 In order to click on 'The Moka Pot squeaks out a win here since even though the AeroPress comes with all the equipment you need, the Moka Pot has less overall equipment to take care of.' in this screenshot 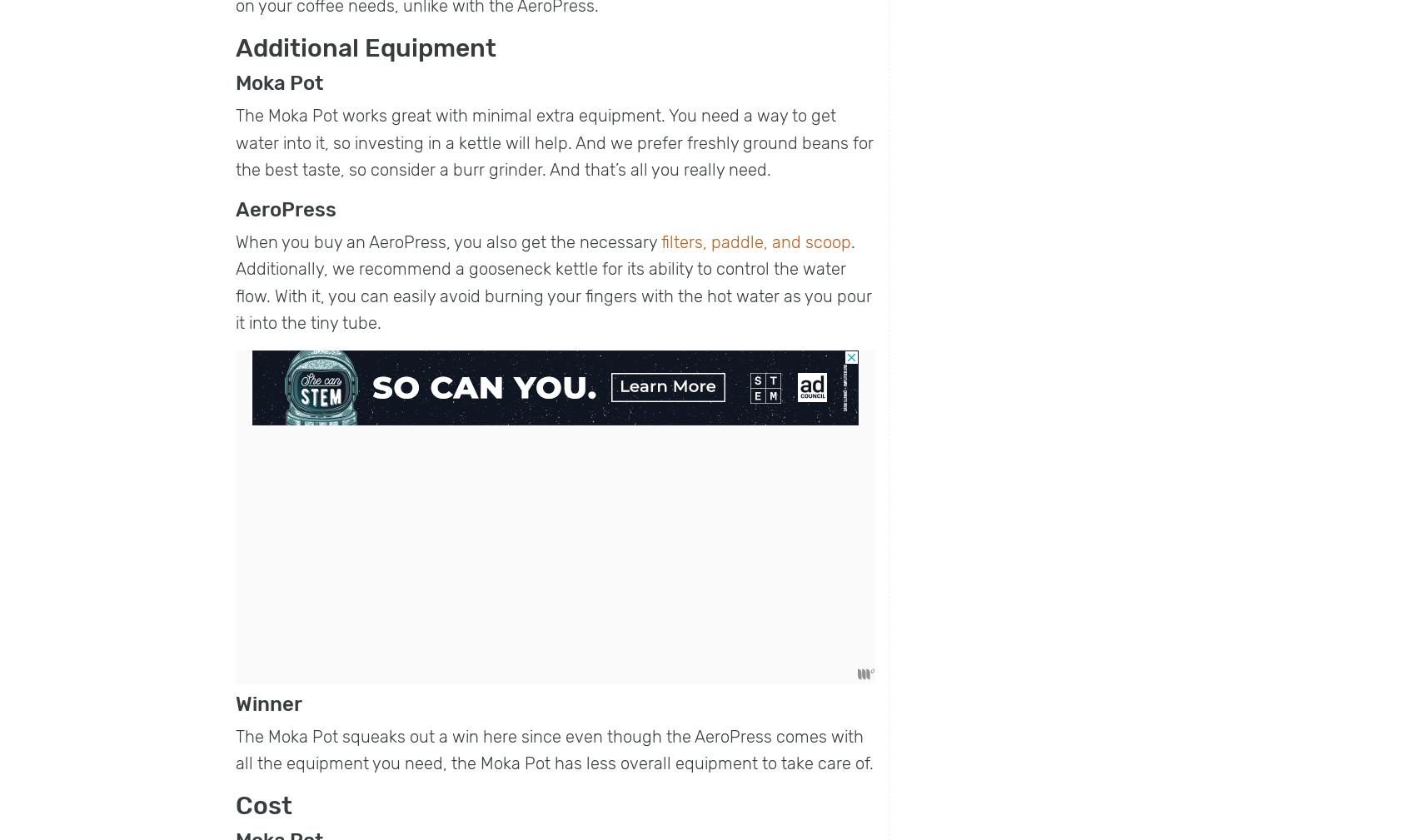, I will do `click(555, 749)`.